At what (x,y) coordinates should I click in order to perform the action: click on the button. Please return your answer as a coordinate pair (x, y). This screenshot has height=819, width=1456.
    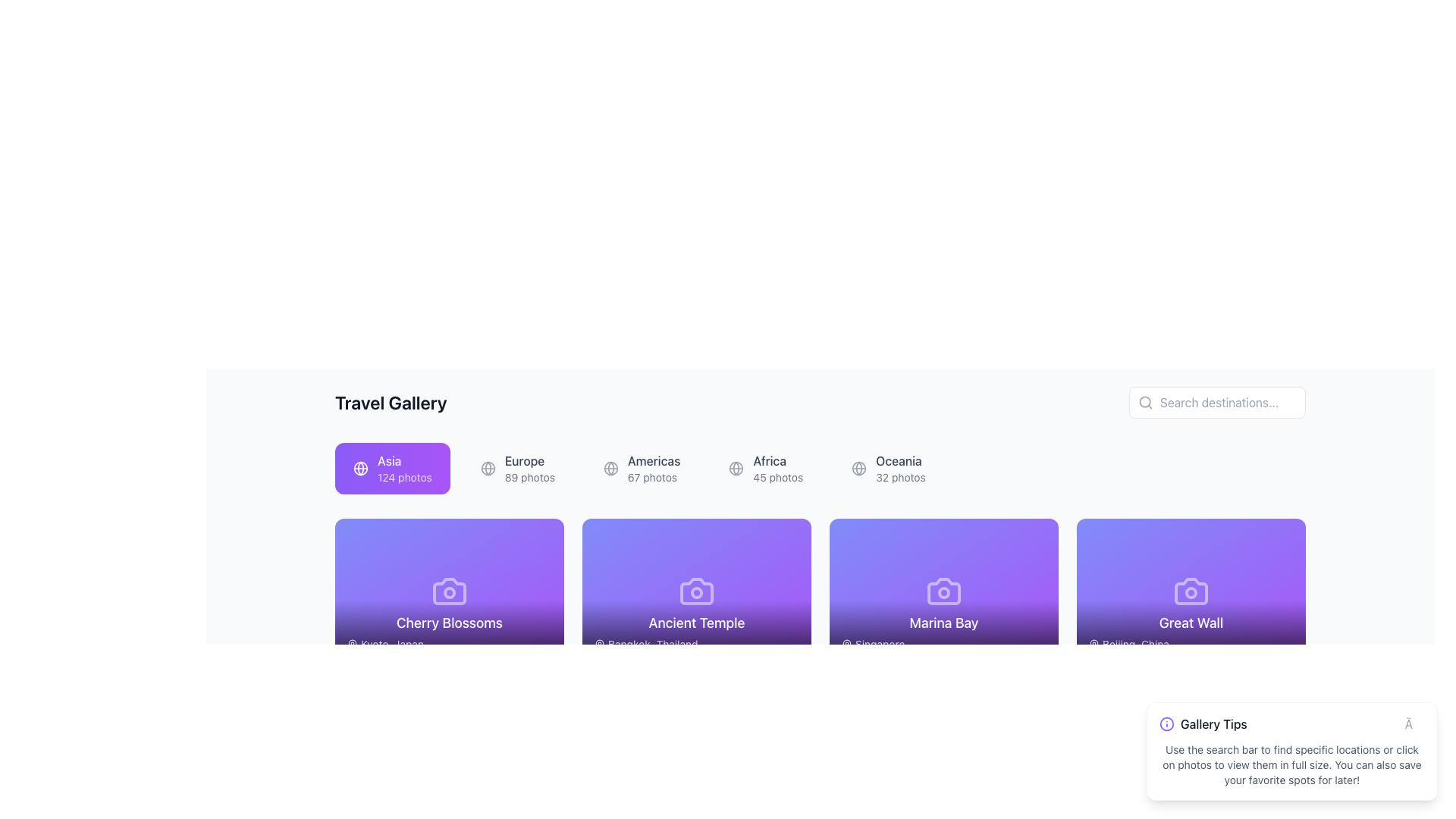
    Looking at the image, I should click on (642, 467).